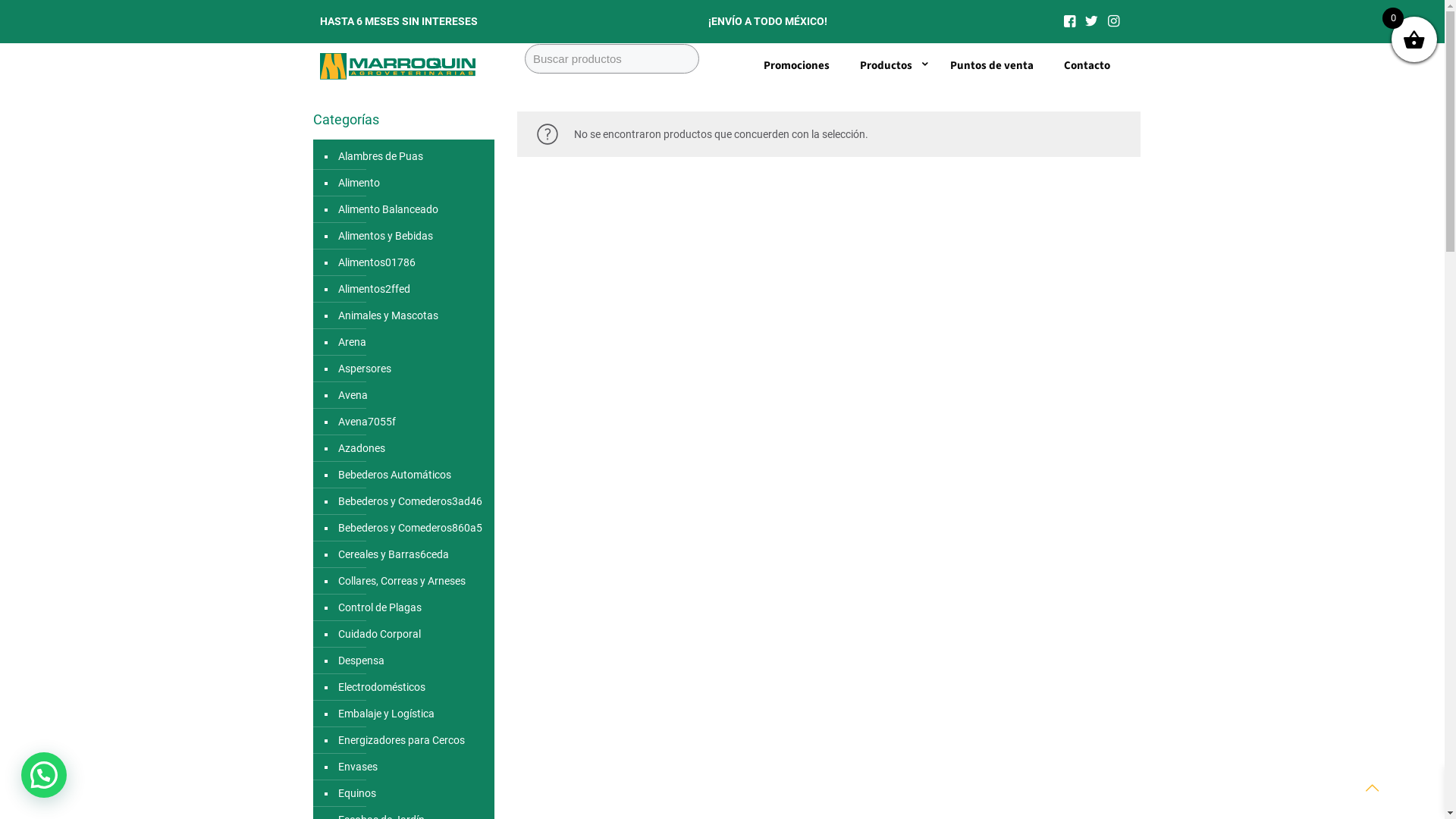  Describe the element at coordinates (890, 65) in the screenshot. I see `'Productos'` at that location.